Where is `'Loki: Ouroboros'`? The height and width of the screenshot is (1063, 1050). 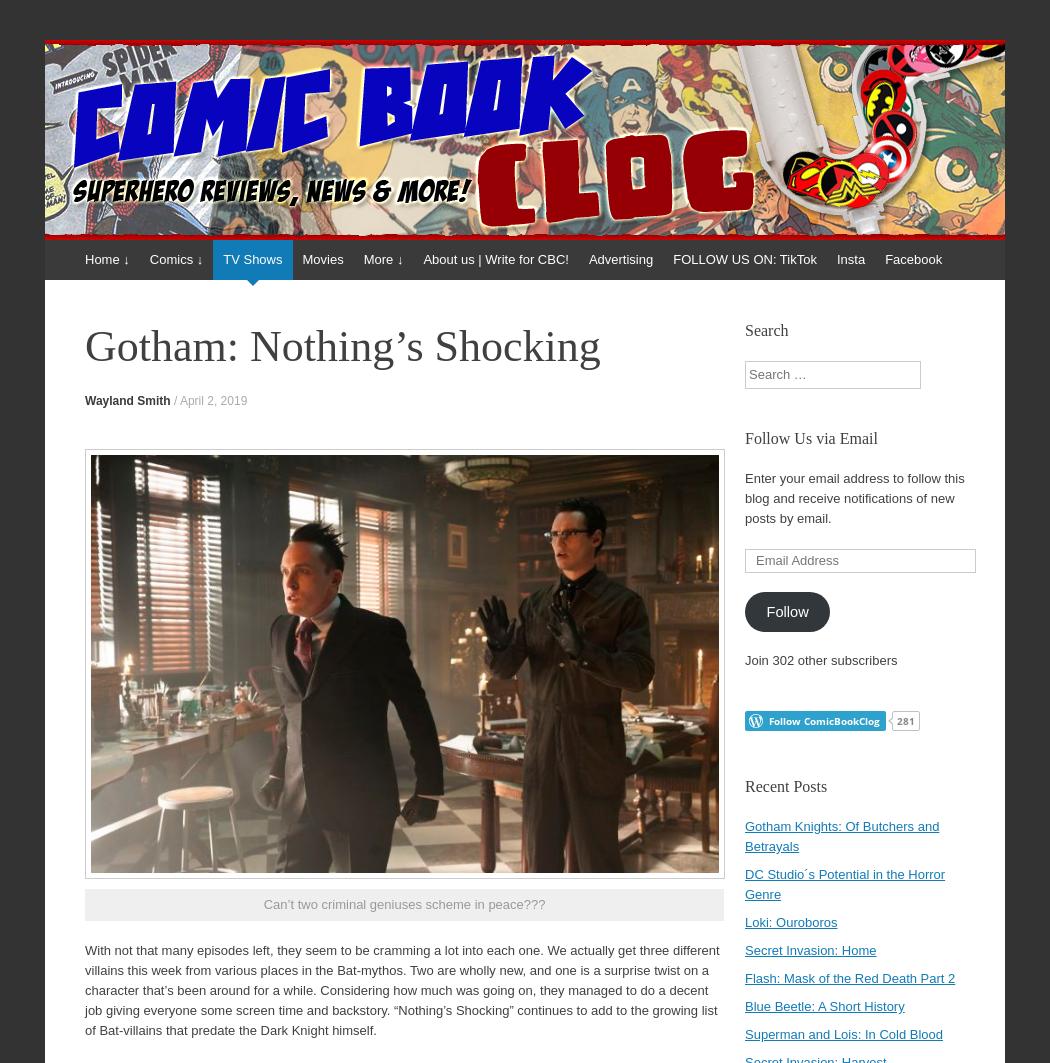 'Loki: Ouroboros' is located at coordinates (743, 921).